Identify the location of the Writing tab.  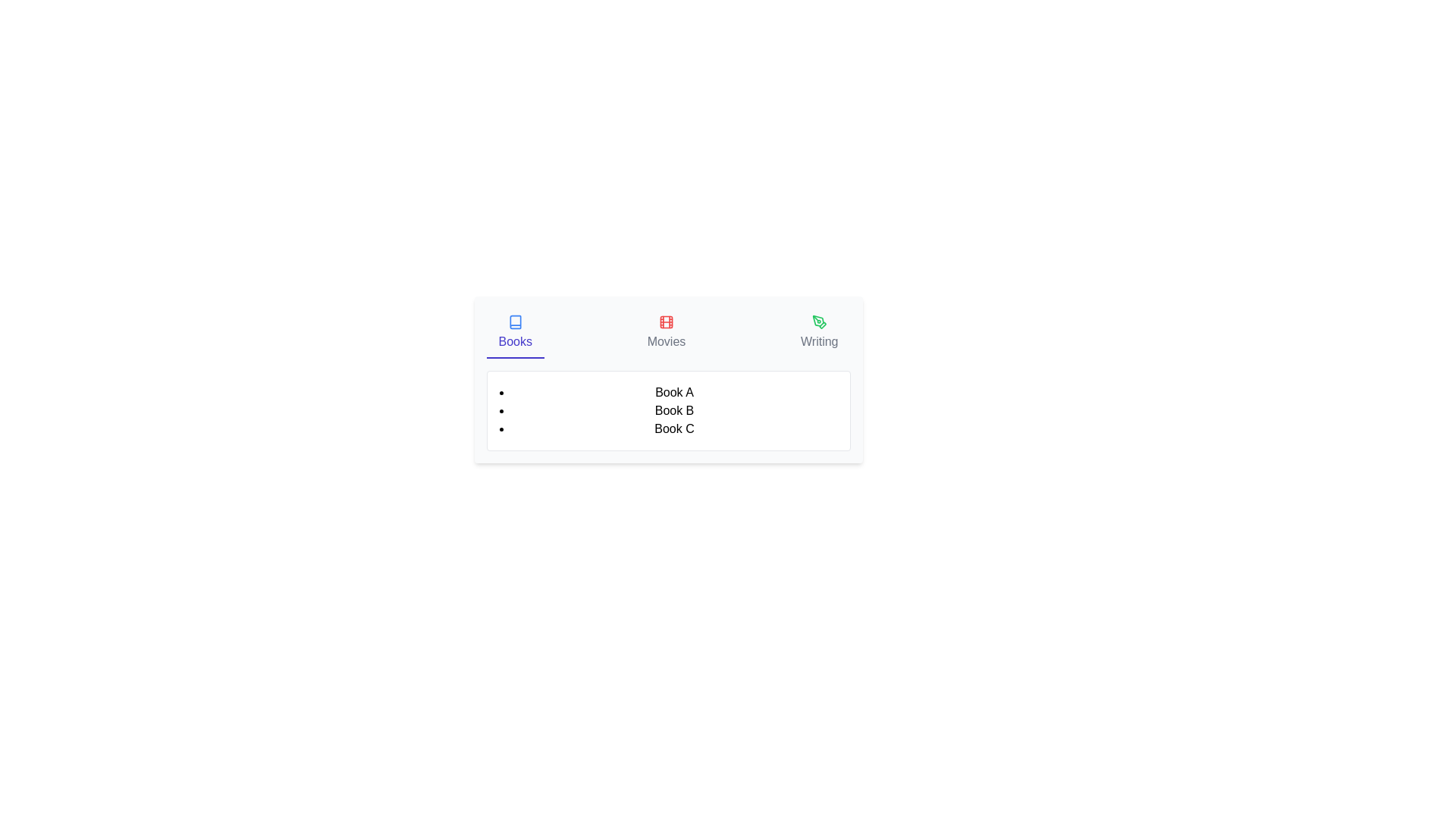
(818, 332).